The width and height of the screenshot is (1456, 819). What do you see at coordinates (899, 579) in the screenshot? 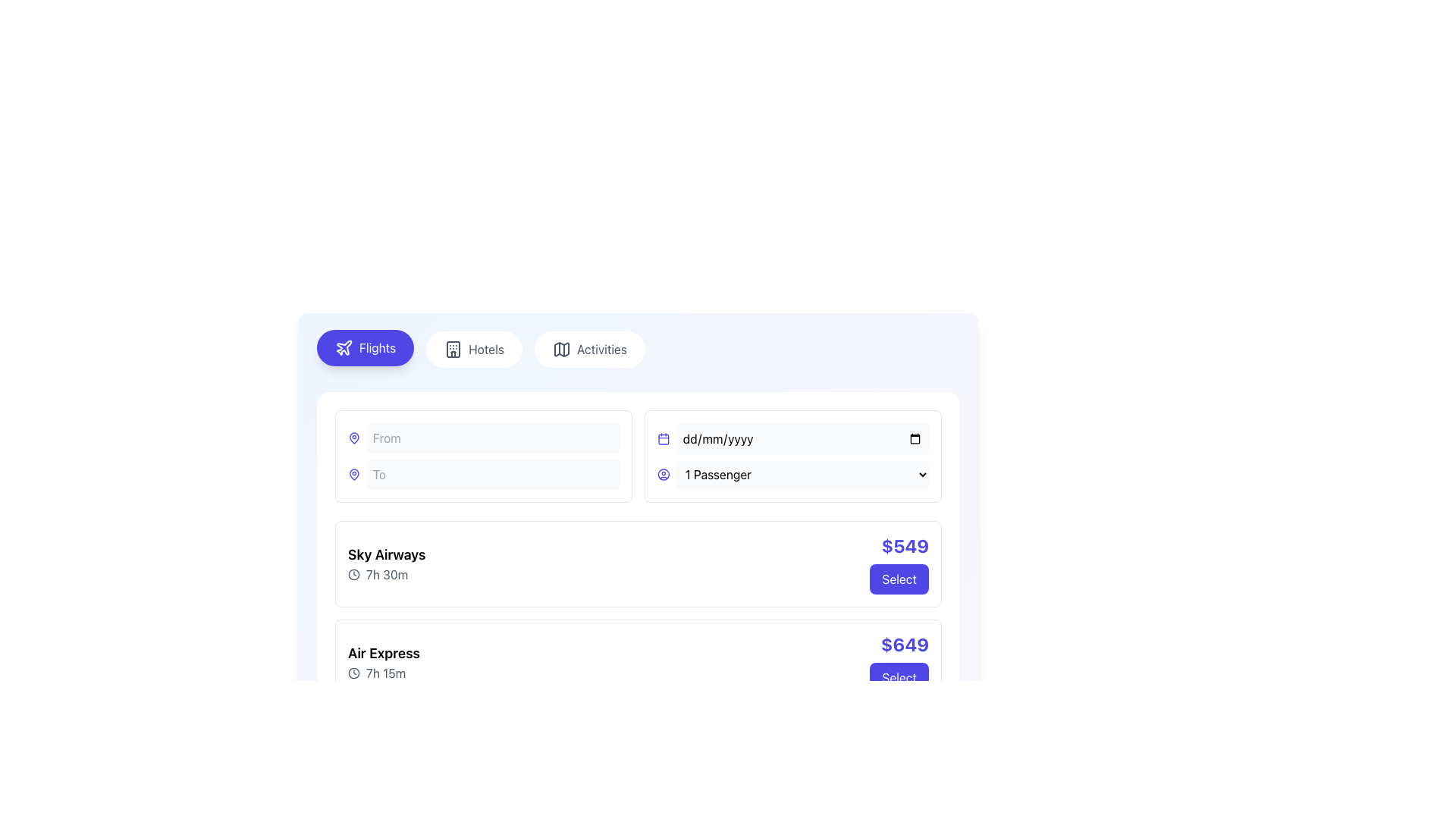
I see `the 'Select' button with rounded edges and a dark indigo background, located underneath the '$549' label in the flight selection interface` at bounding box center [899, 579].